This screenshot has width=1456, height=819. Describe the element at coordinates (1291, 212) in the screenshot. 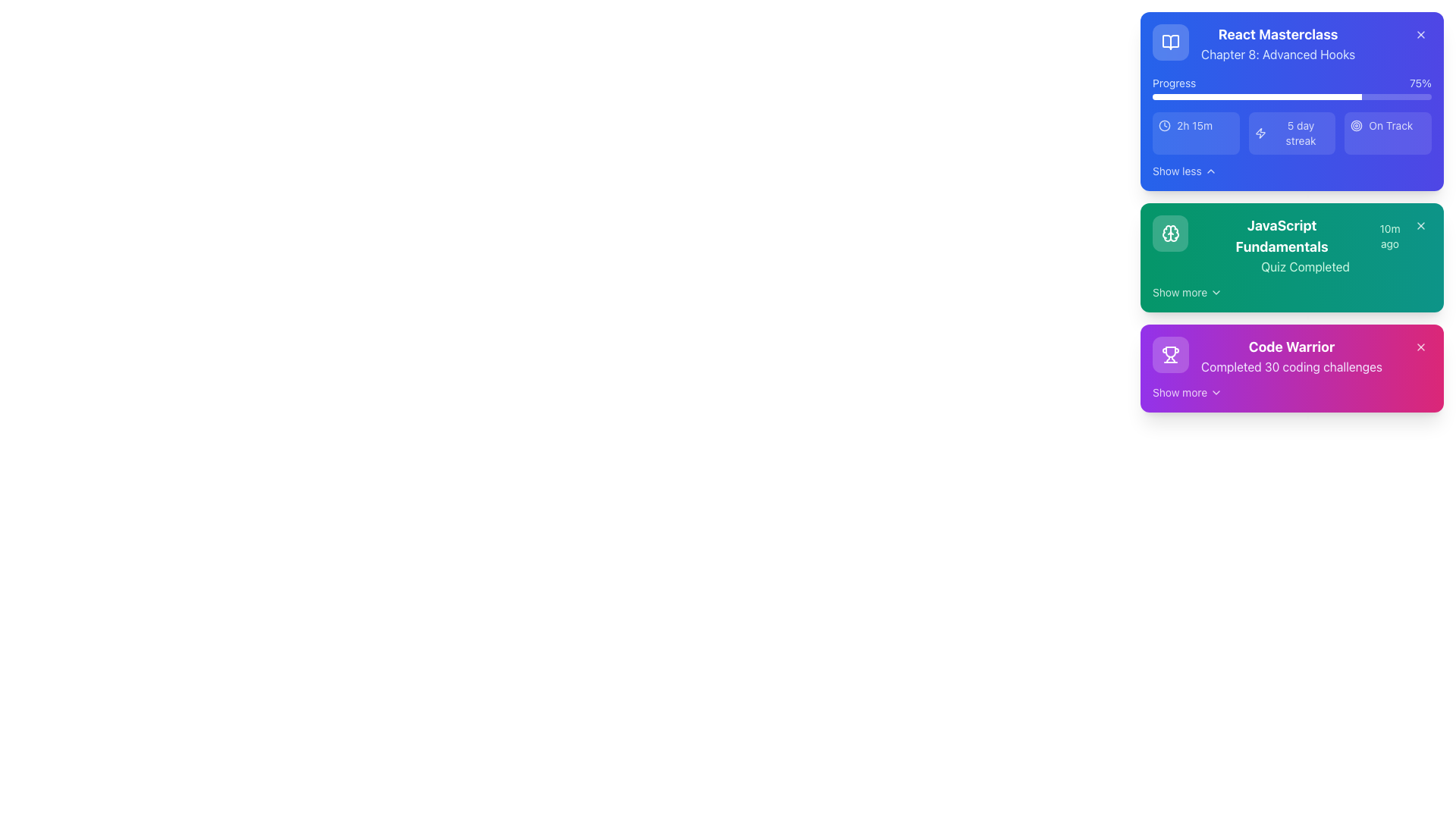

I see `information displayed on the Notification panel indicating the completion of a quiz in the 'JavaScript Fundamentals' section, which is the second panel in the stack of three panels` at that location.